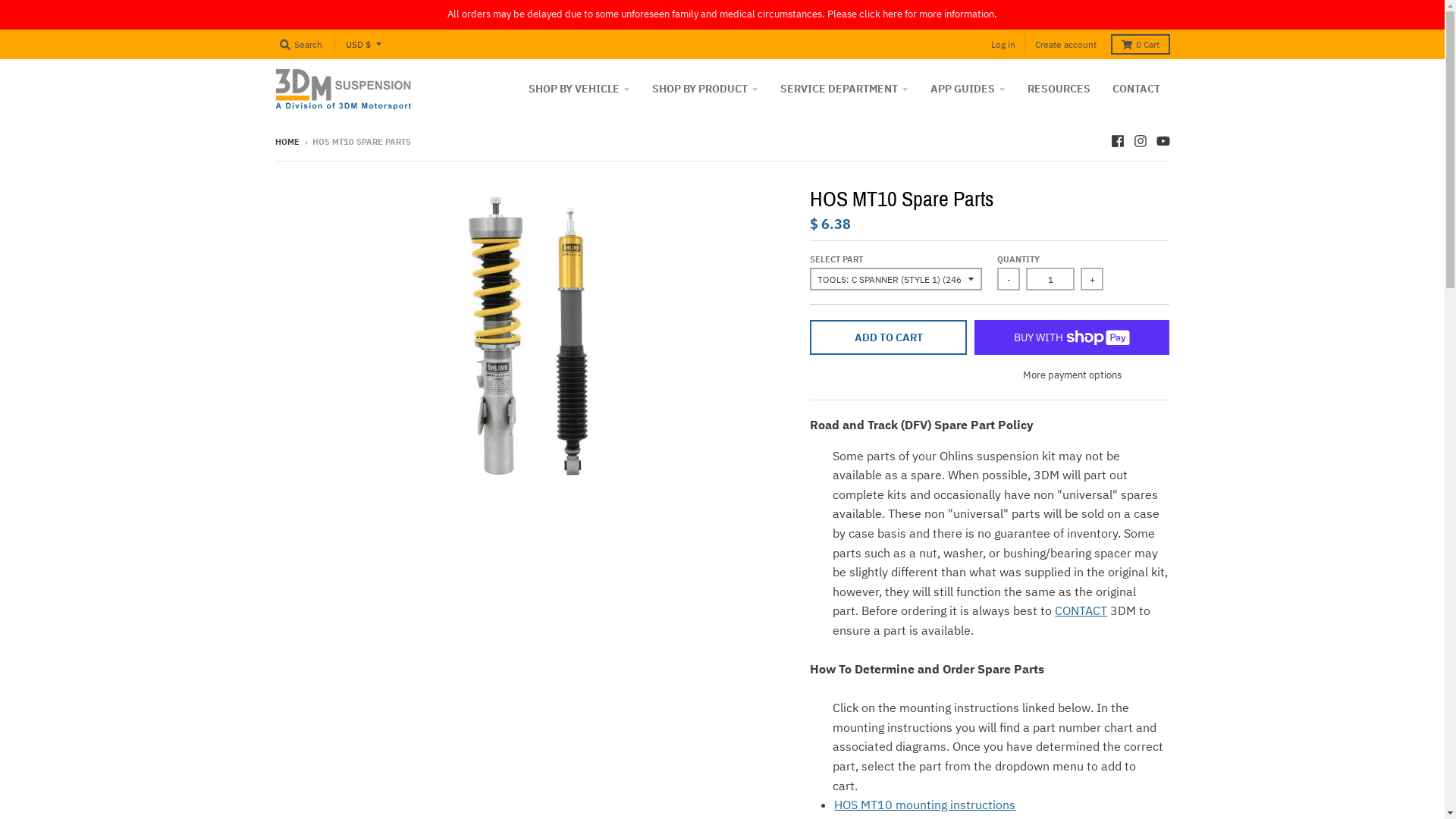 This screenshot has width=1456, height=819. Describe the element at coordinates (833, 803) in the screenshot. I see `'HOS MT10 mounting instructions'` at that location.